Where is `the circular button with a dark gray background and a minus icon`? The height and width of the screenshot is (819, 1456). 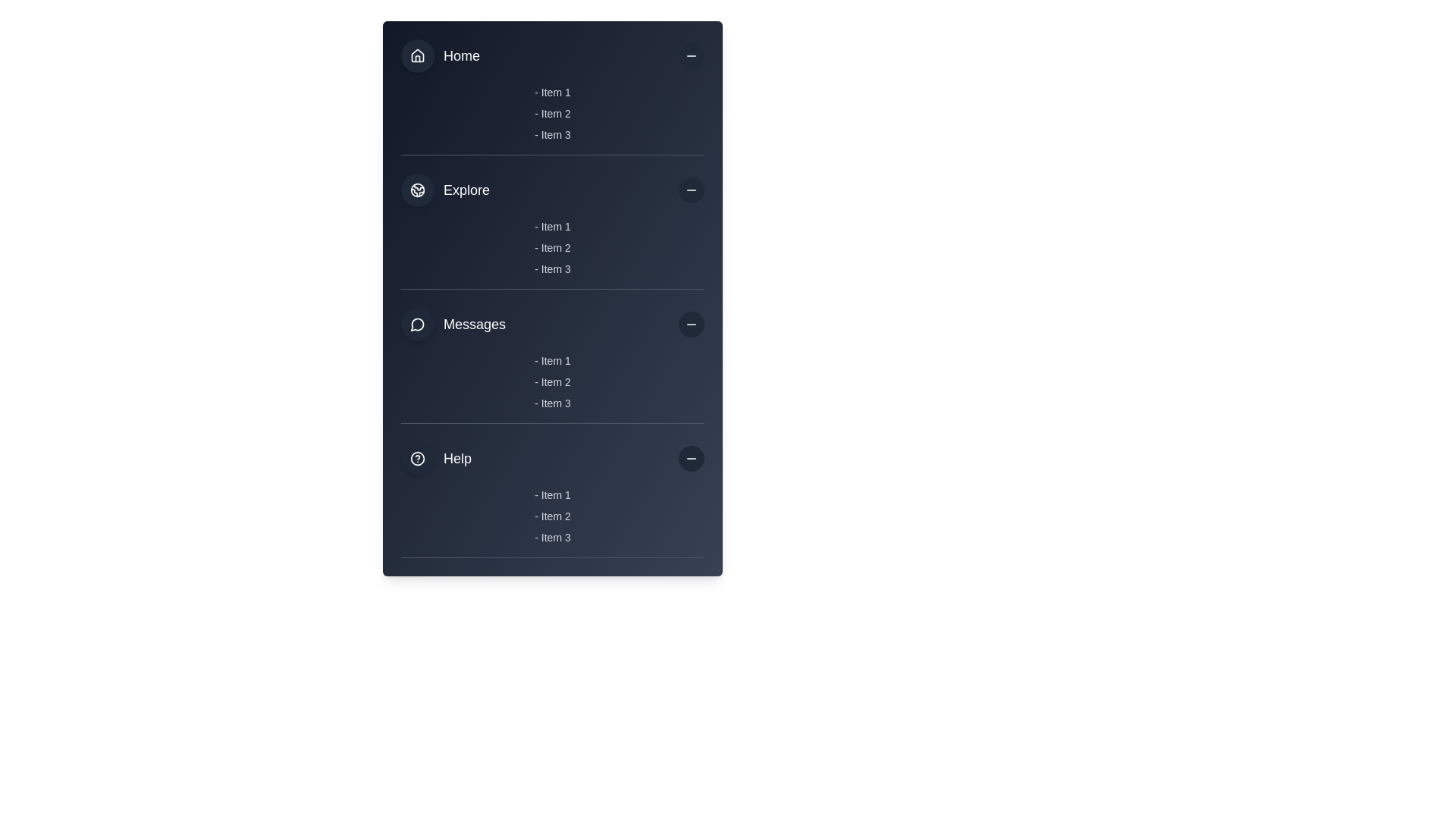 the circular button with a dark gray background and a minus icon is located at coordinates (691, 189).